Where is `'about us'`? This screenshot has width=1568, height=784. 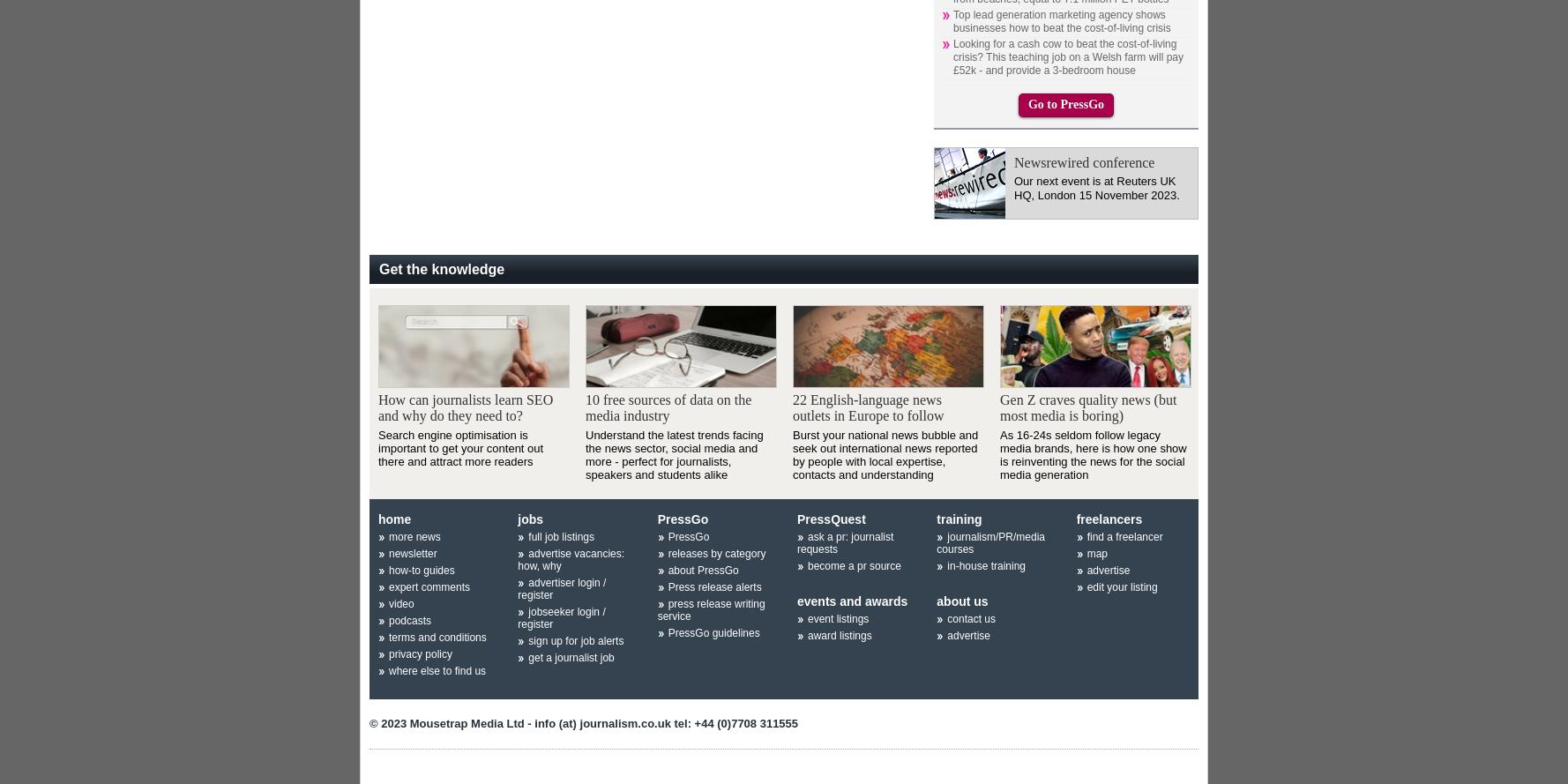 'about us' is located at coordinates (960, 601).